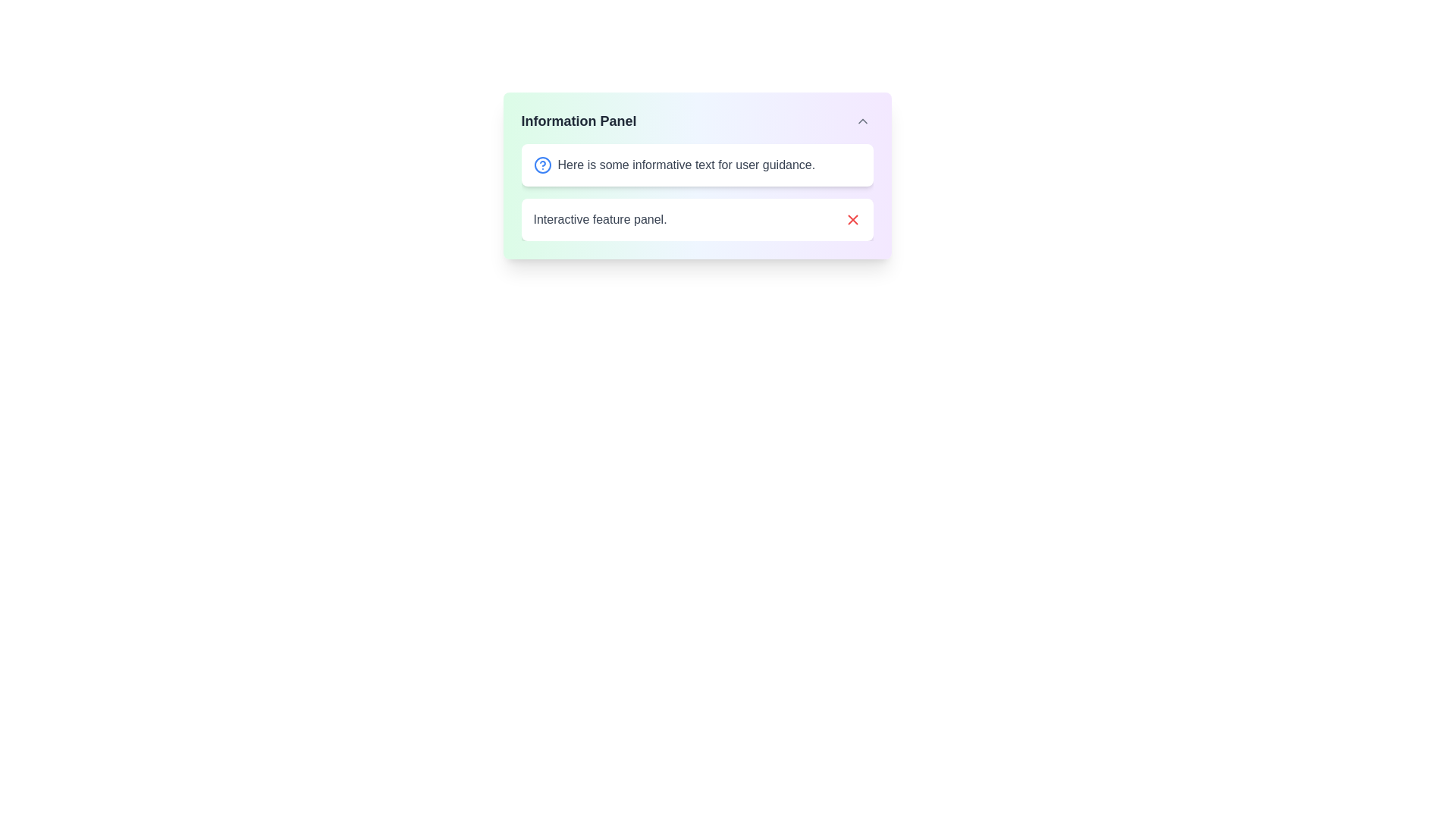  Describe the element at coordinates (852, 219) in the screenshot. I see `the red 'X' icon button located in the lower right section of the interactive feature panel` at that location.